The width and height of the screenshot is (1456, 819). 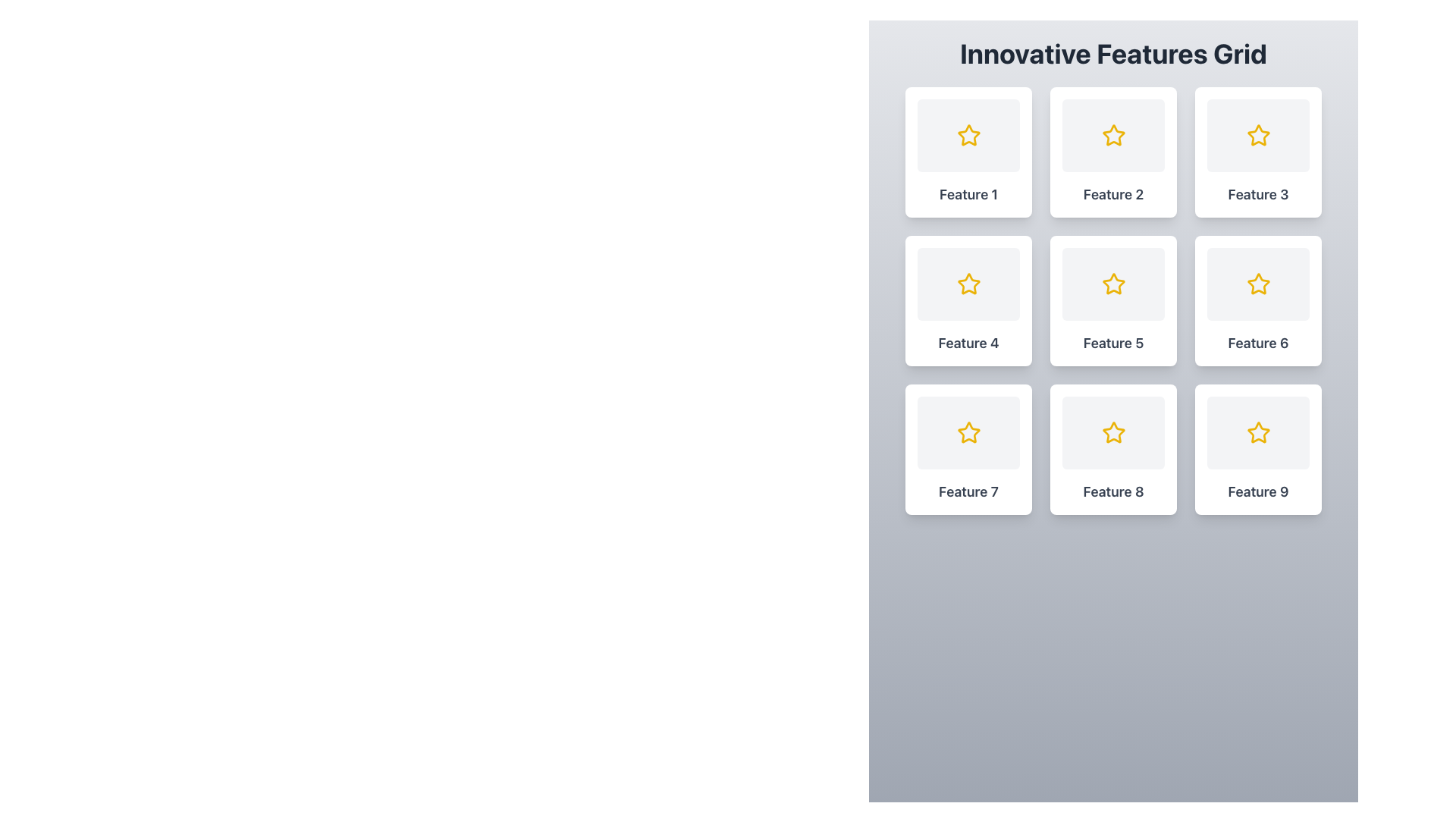 I want to click on the Interactive Tile representing 'Feature 8', so click(x=1113, y=449).